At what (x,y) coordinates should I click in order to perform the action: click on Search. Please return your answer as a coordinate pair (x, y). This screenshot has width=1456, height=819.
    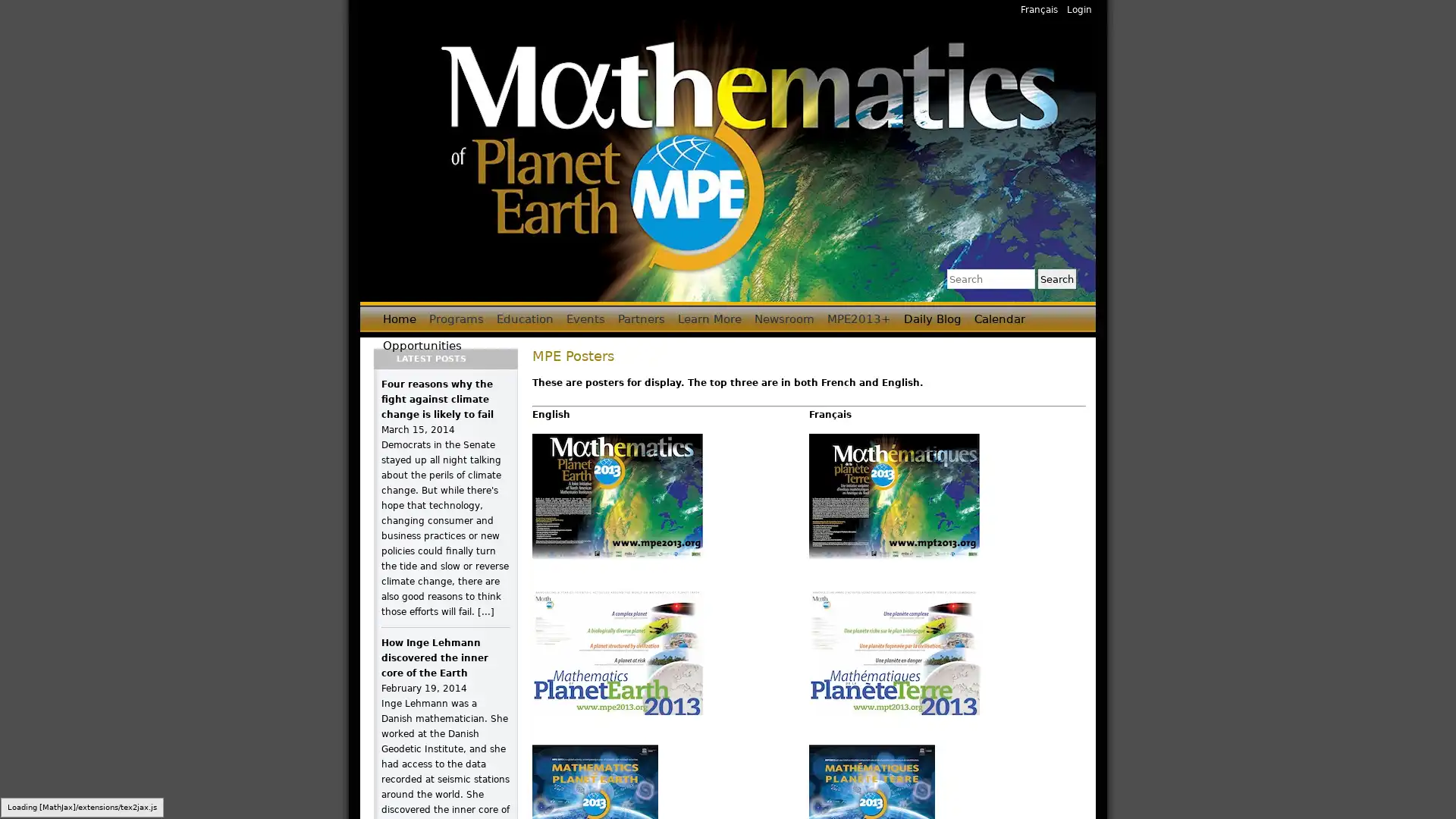
    Looking at the image, I should click on (1056, 278).